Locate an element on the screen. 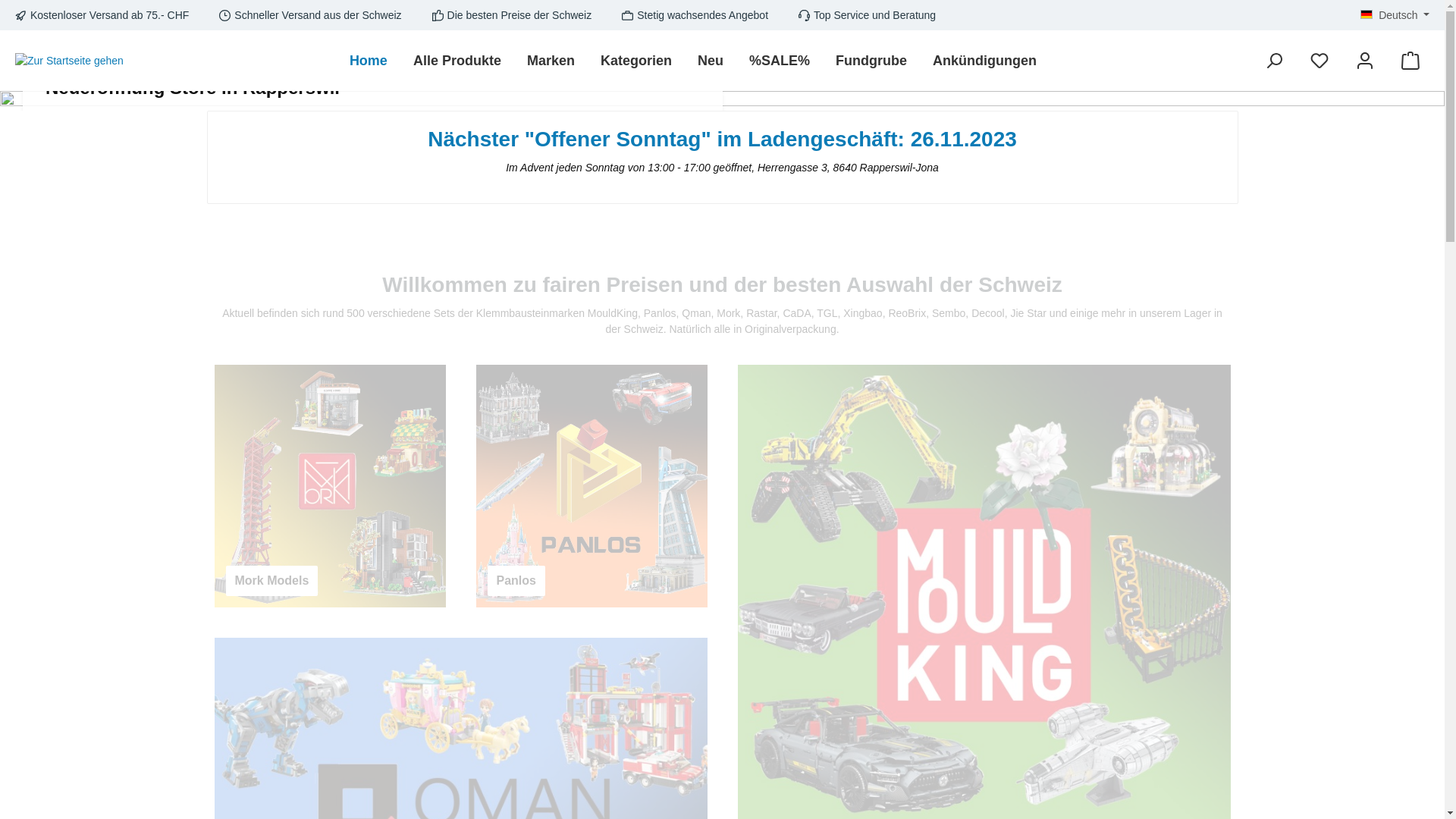  'Mein Konto' is located at coordinates (1365, 60).